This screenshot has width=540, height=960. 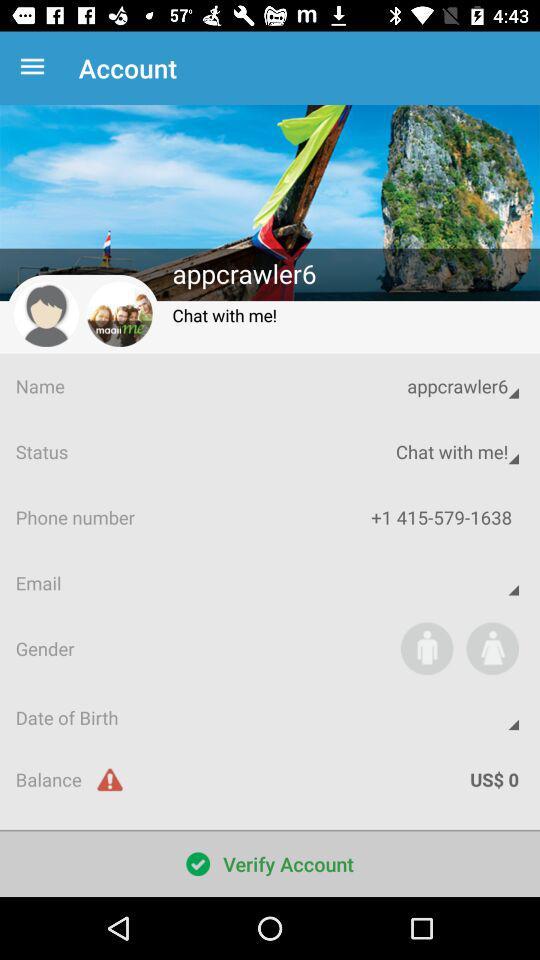 What do you see at coordinates (491, 647) in the screenshot?
I see `set gender to female` at bounding box center [491, 647].